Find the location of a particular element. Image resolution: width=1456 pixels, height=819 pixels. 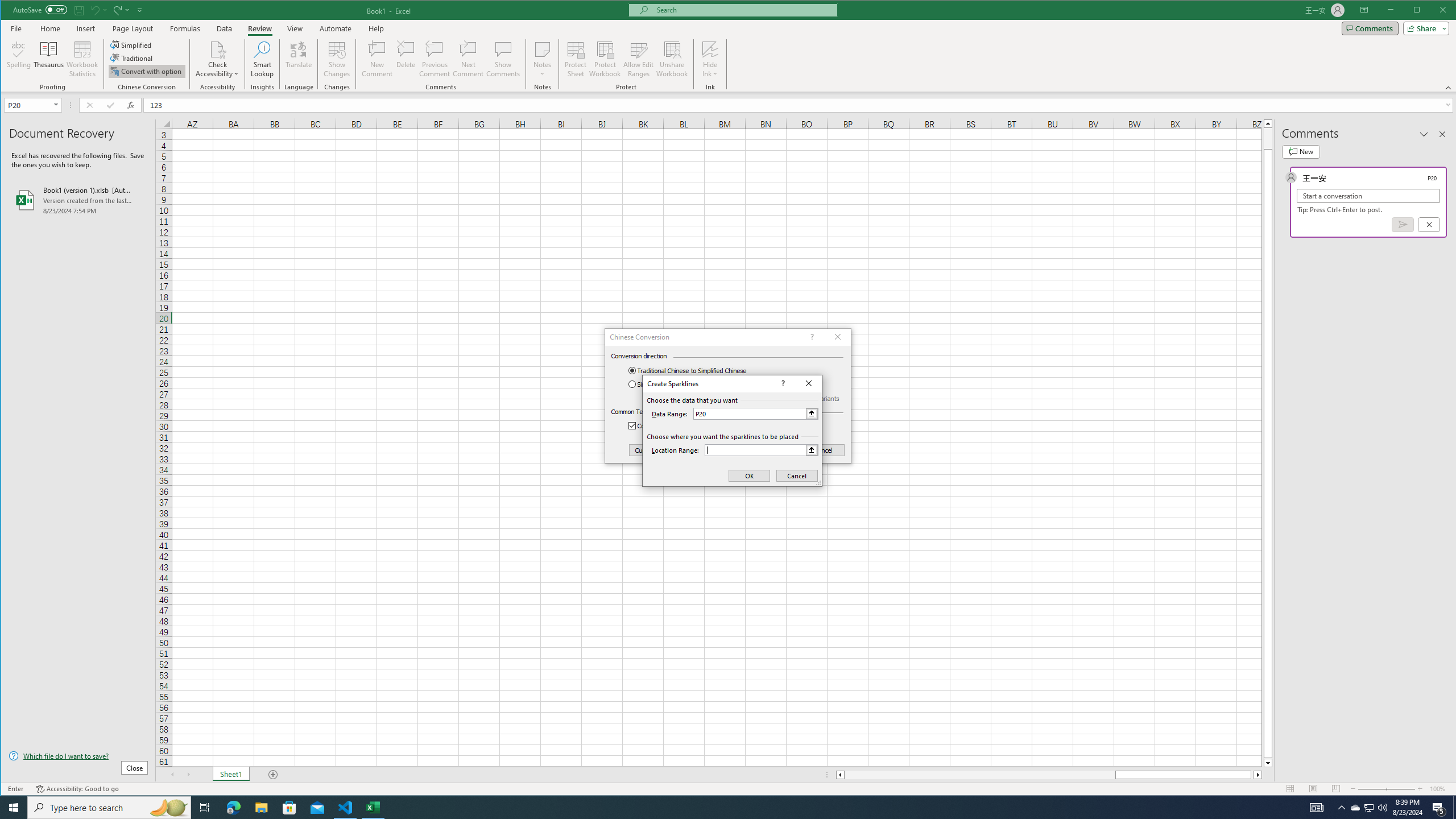

'Traditional' is located at coordinates (132, 58).